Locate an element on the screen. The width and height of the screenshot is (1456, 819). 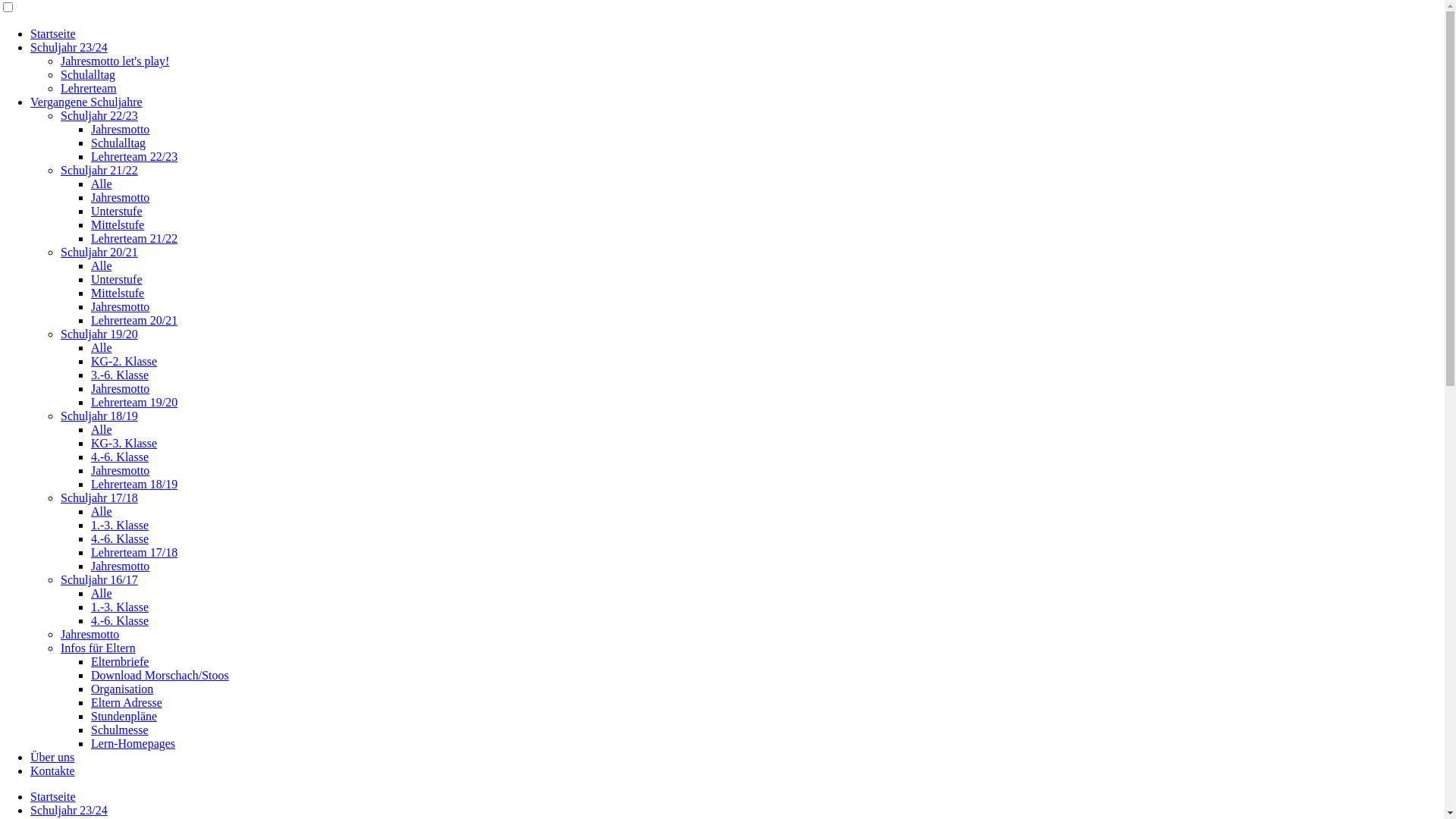
'Schulalltag' is located at coordinates (118, 143).